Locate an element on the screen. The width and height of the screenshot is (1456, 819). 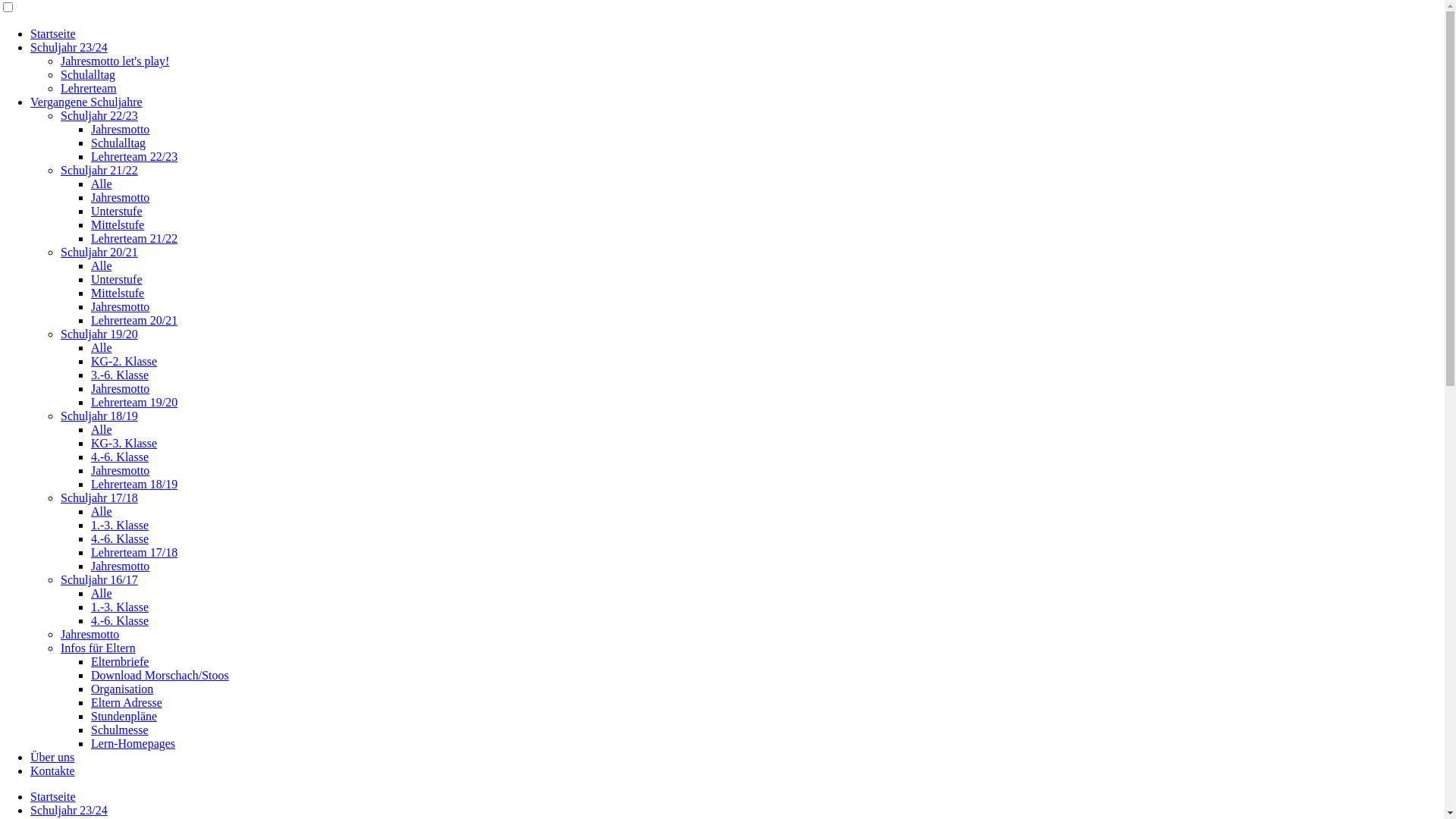
'Schulalltag' is located at coordinates (118, 143).